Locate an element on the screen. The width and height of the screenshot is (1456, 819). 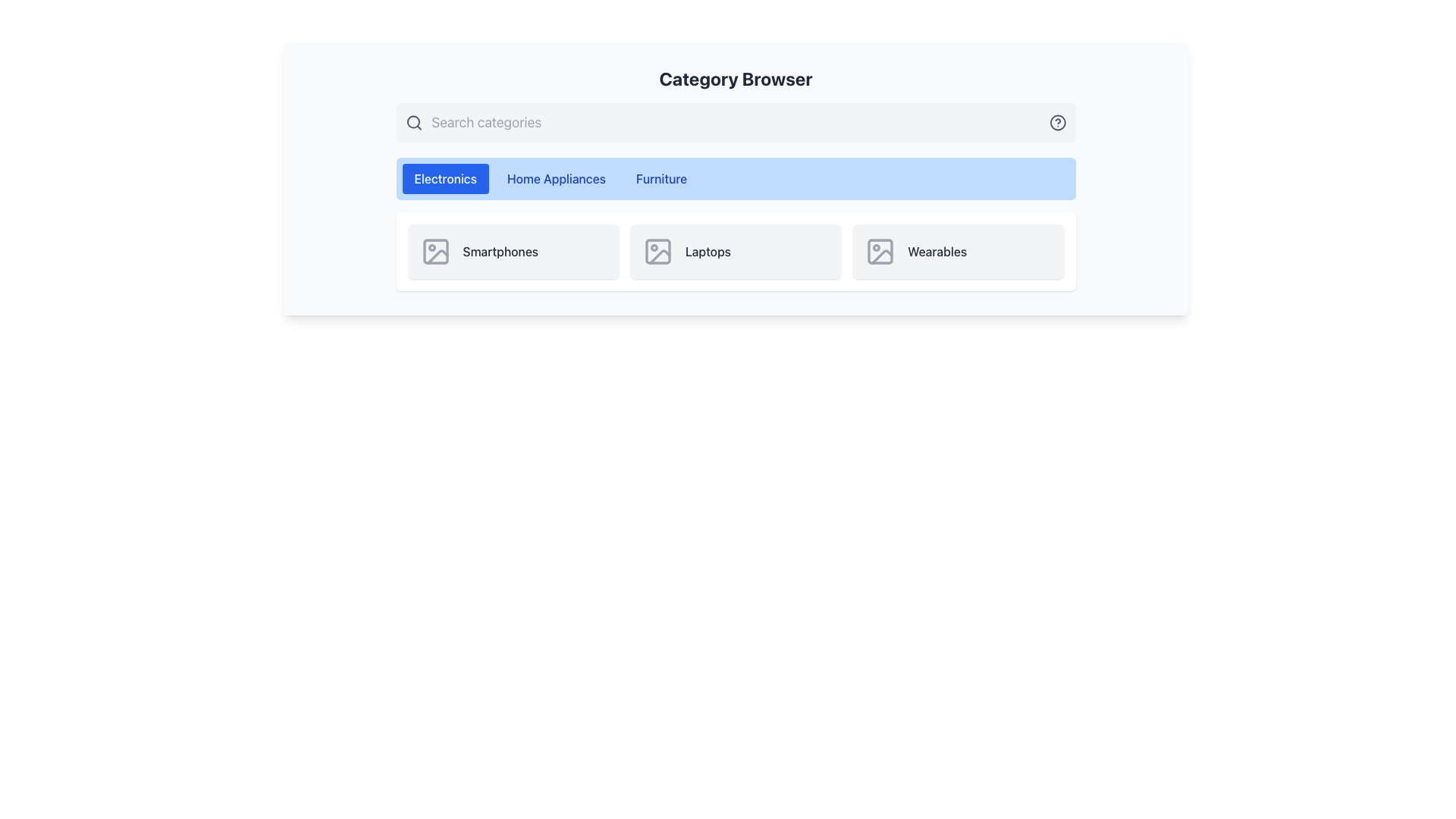
the circular magnifying glass icon located inside the search bar at the top of the interface, next to the placeholder text 'Search categories' is located at coordinates (413, 121).